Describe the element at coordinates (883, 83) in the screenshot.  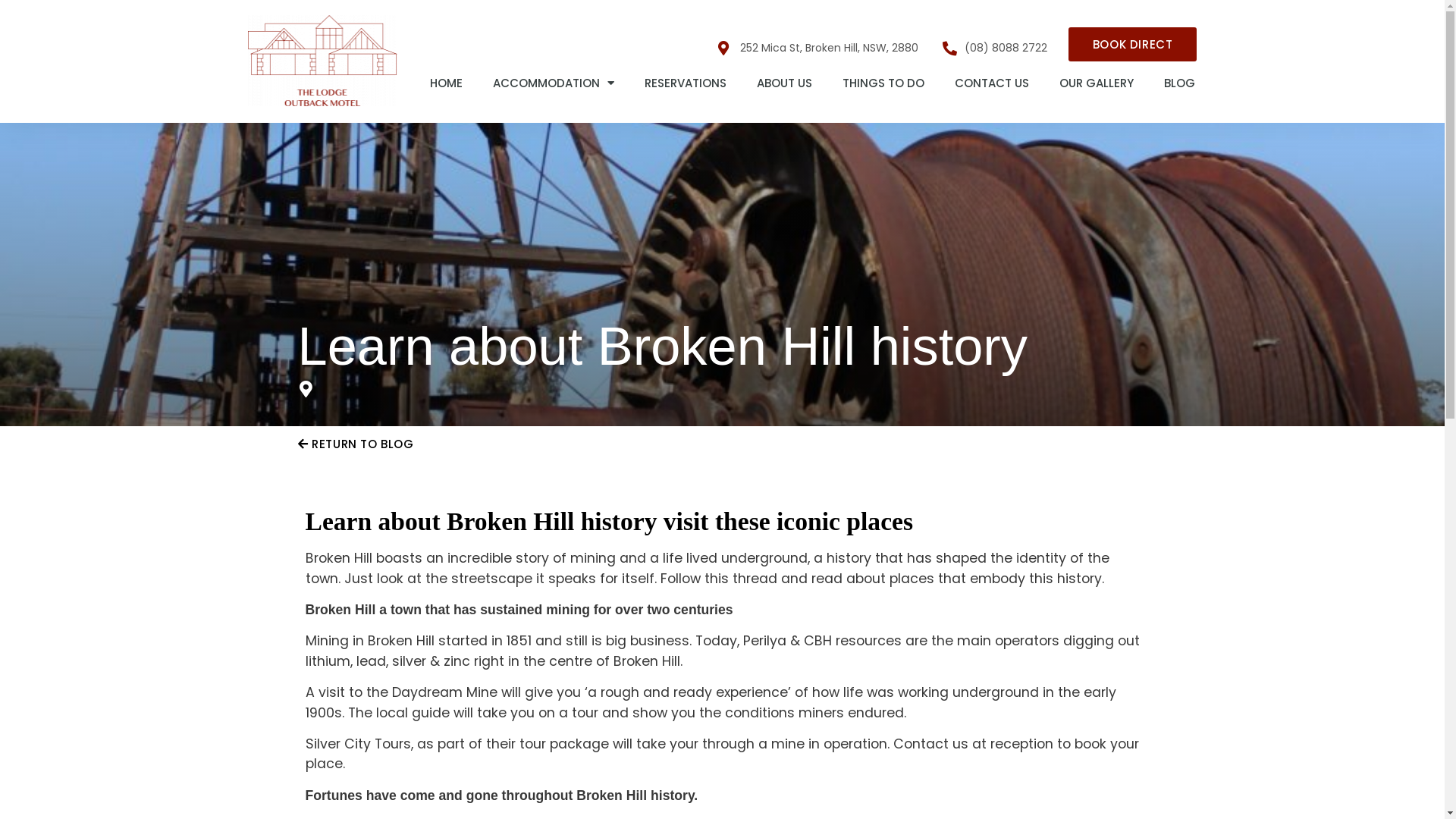
I see `'THINGS TO DO'` at that location.